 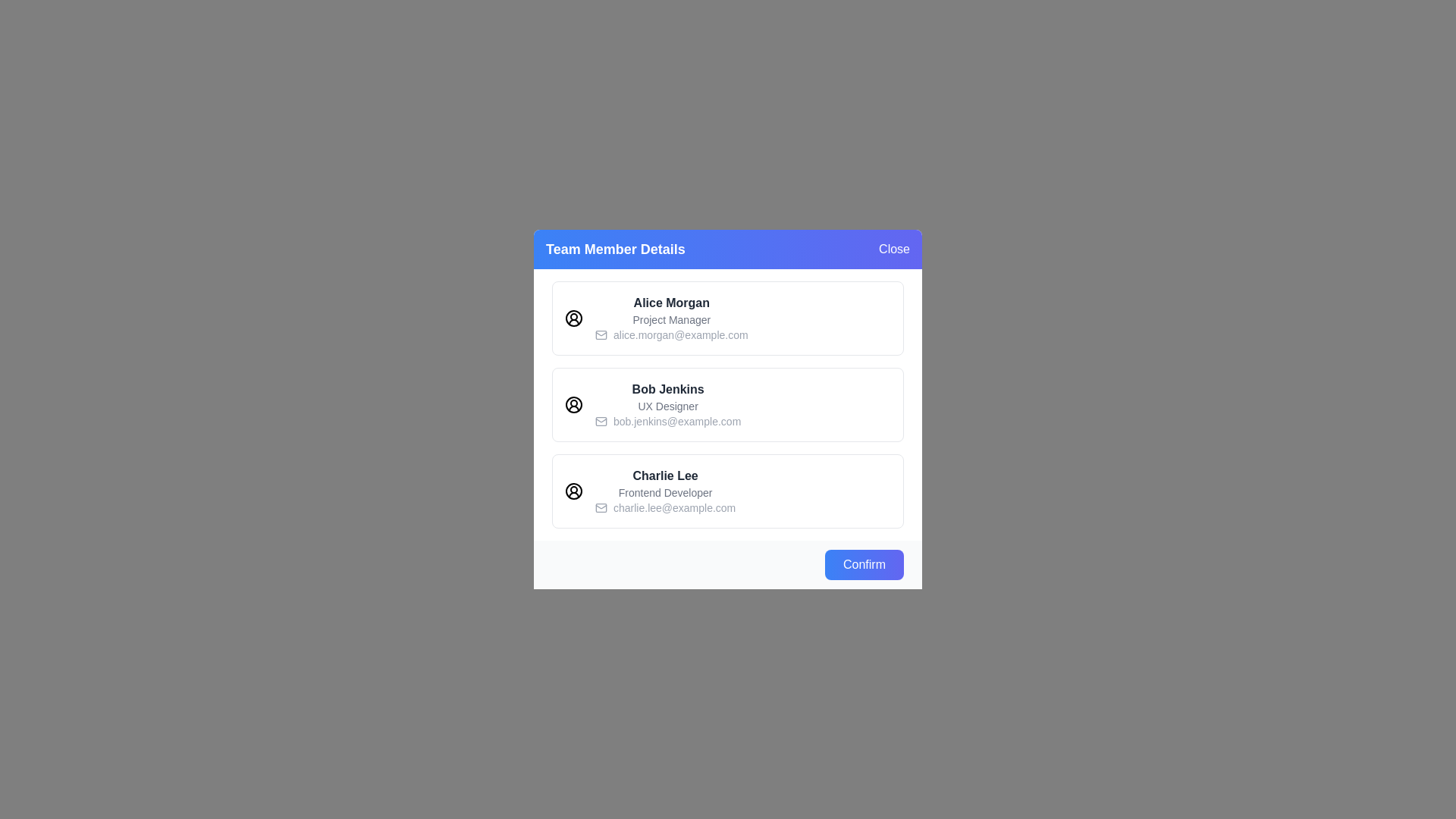 What do you see at coordinates (573, 403) in the screenshot?
I see `the User Profile icon located next to 'Bob Jenkins' in the second user entry of the list` at bounding box center [573, 403].